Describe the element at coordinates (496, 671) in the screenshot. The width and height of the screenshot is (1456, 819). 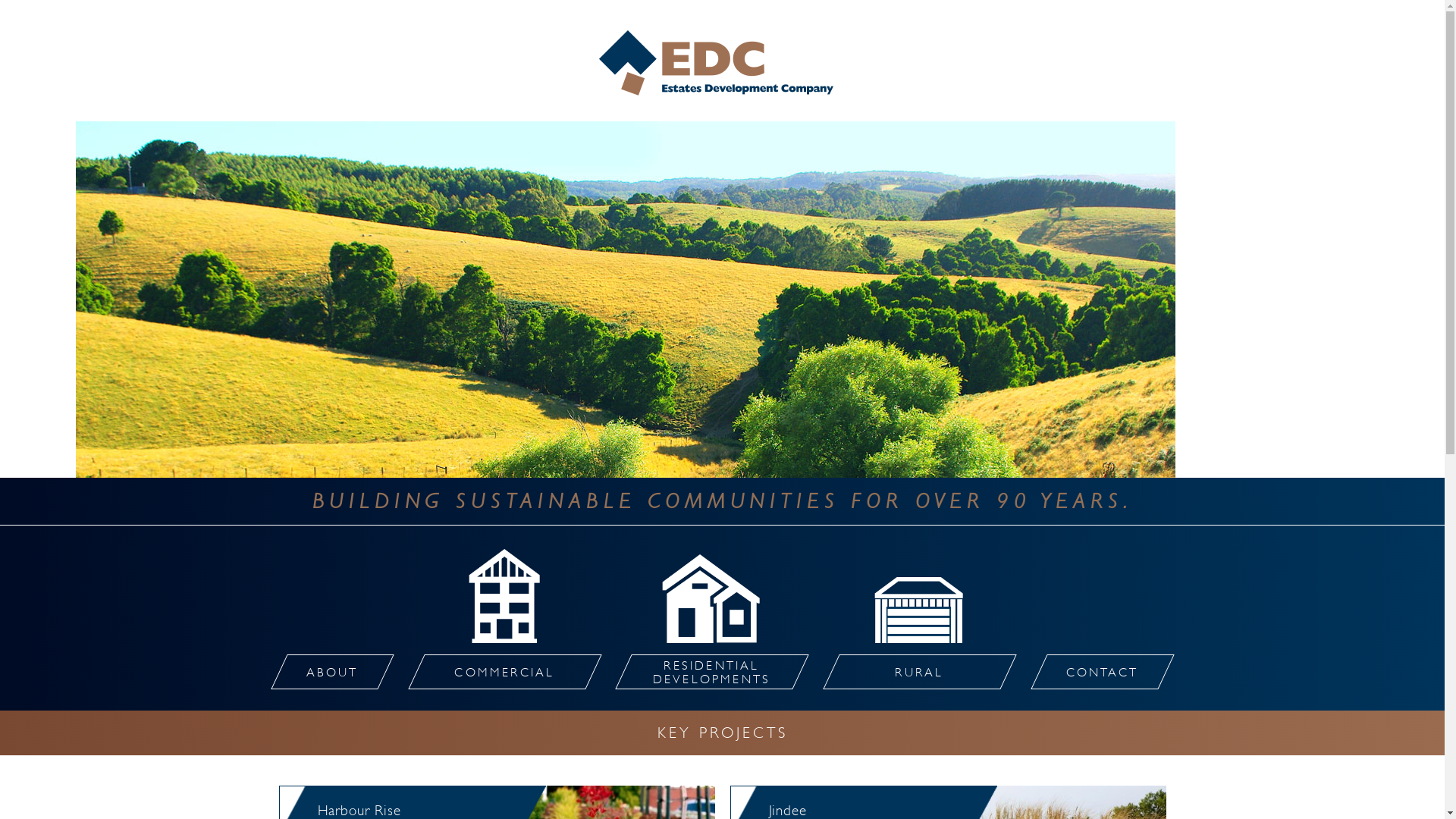
I see `'COMMERCIAL'` at that location.